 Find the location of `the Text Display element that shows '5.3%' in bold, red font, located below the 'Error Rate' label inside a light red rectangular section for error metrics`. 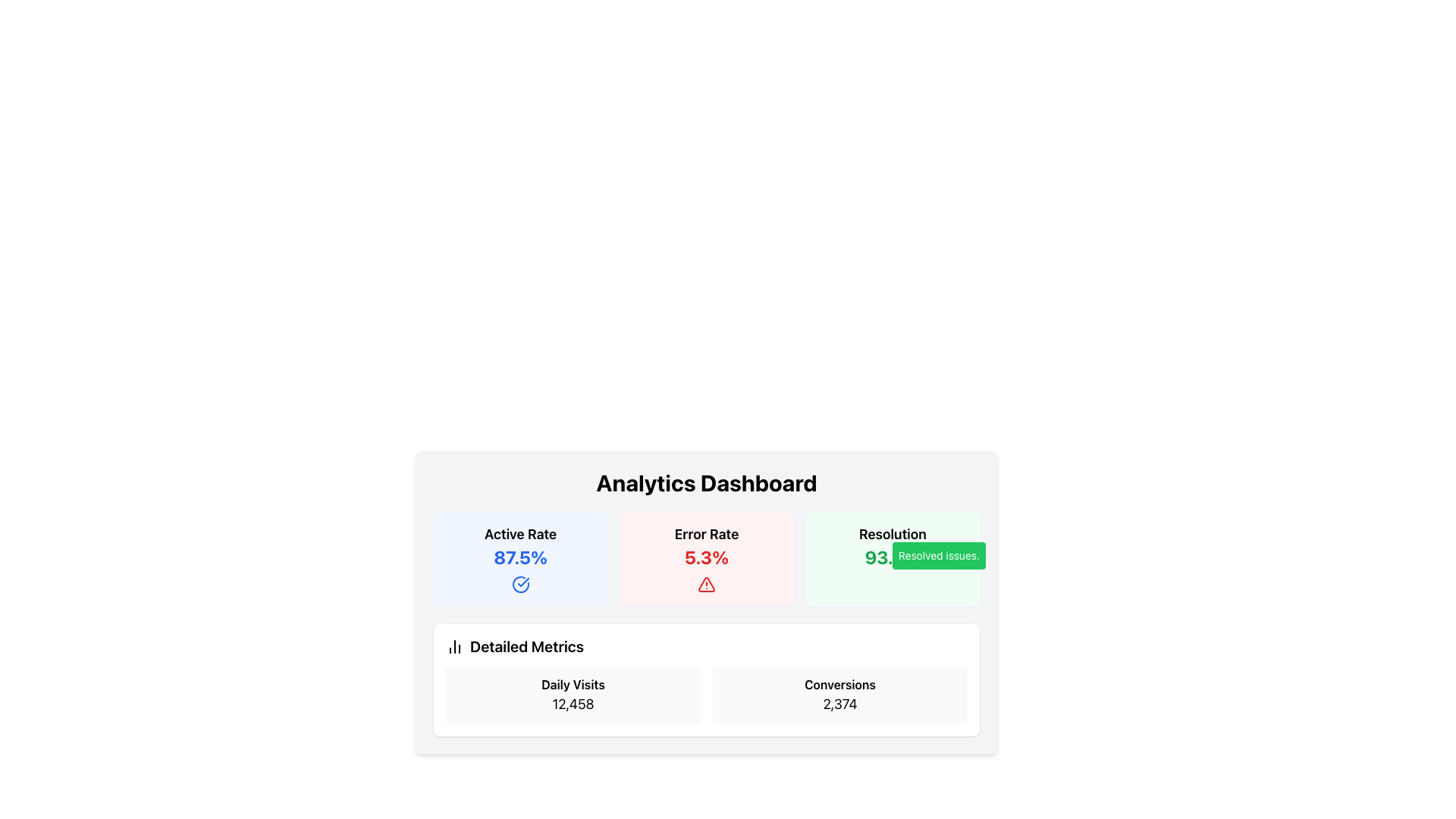

the Text Display element that shows '5.3%' in bold, red font, located below the 'Error Rate' label inside a light red rectangular section for error metrics is located at coordinates (705, 557).